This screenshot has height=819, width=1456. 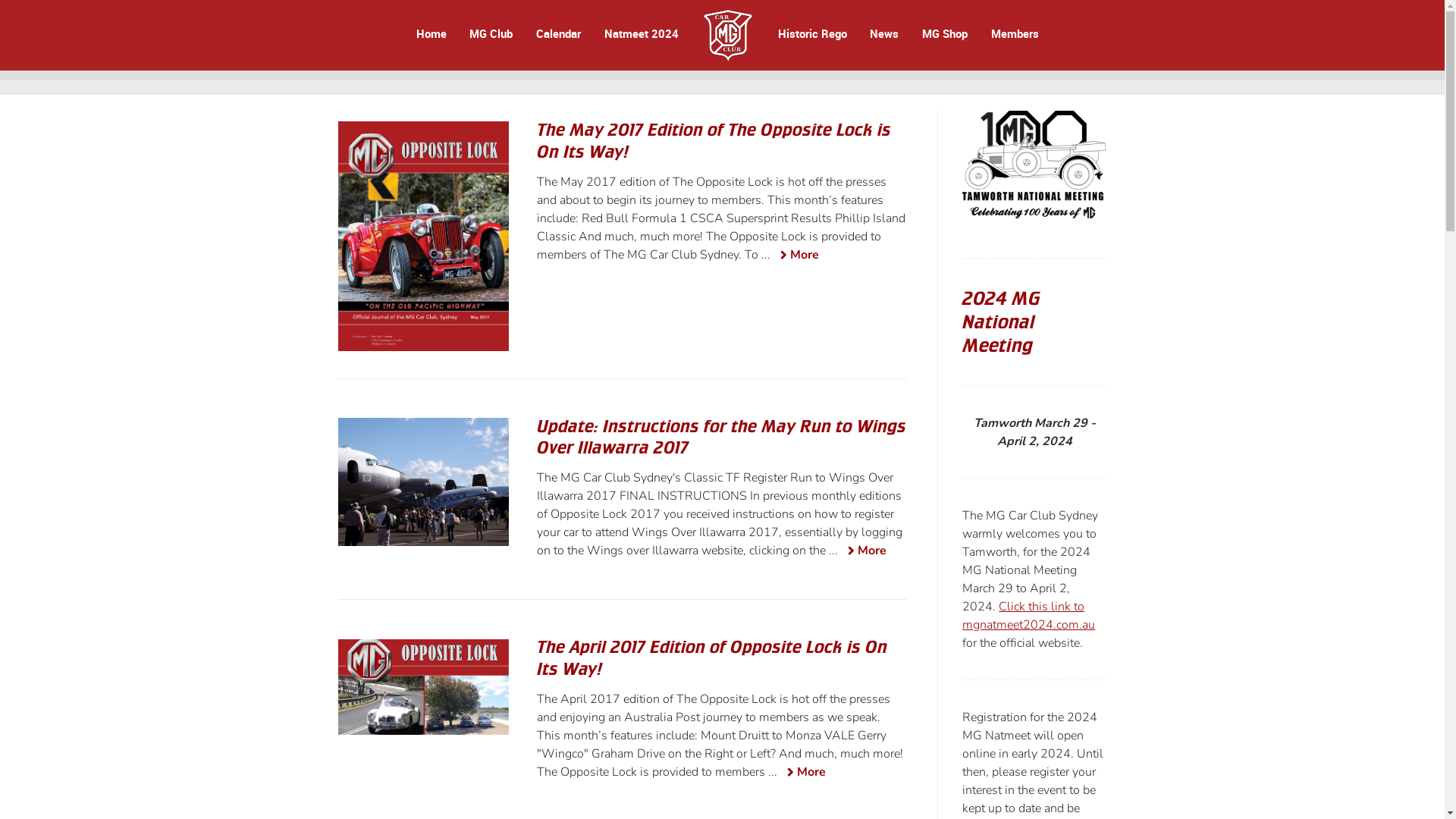 I want to click on 'Home', so click(x=431, y=33).